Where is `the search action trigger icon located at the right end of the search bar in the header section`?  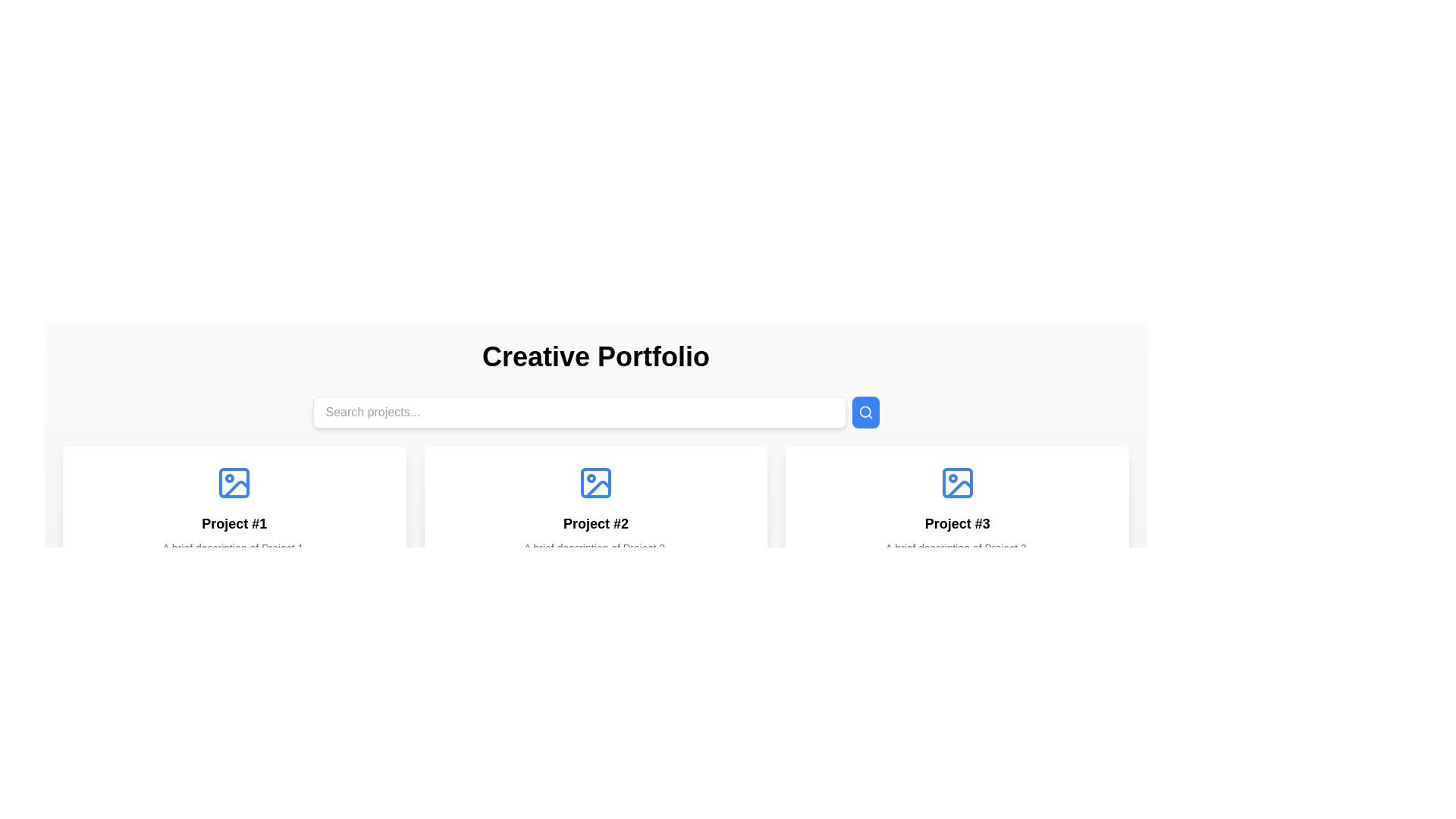 the search action trigger icon located at the right end of the search bar in the header section is located at coordinates (865, 412).